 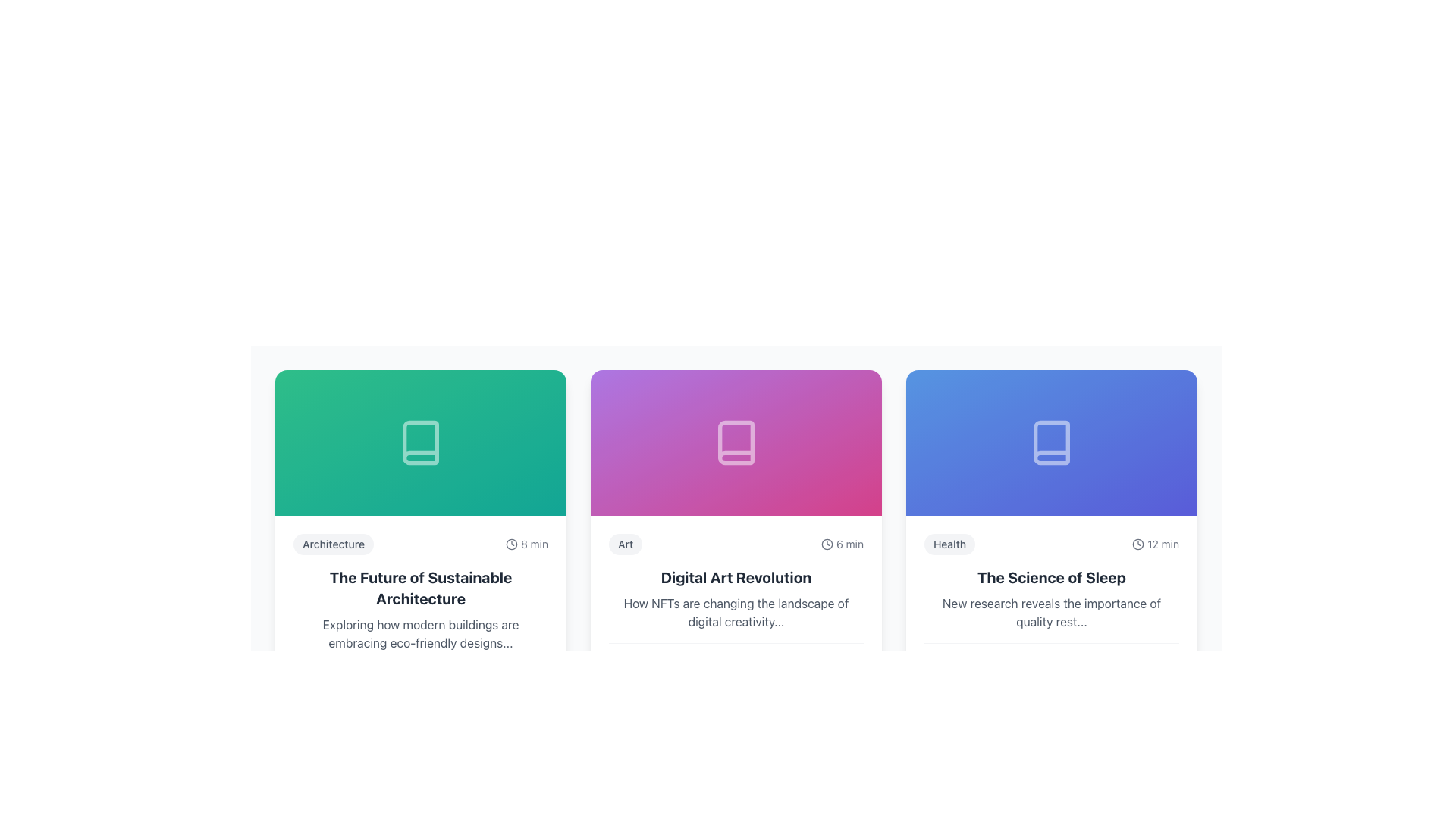 I want to click on the text block displaying 'The Future of Sustainable Architecture', so click(x=421, y=587).